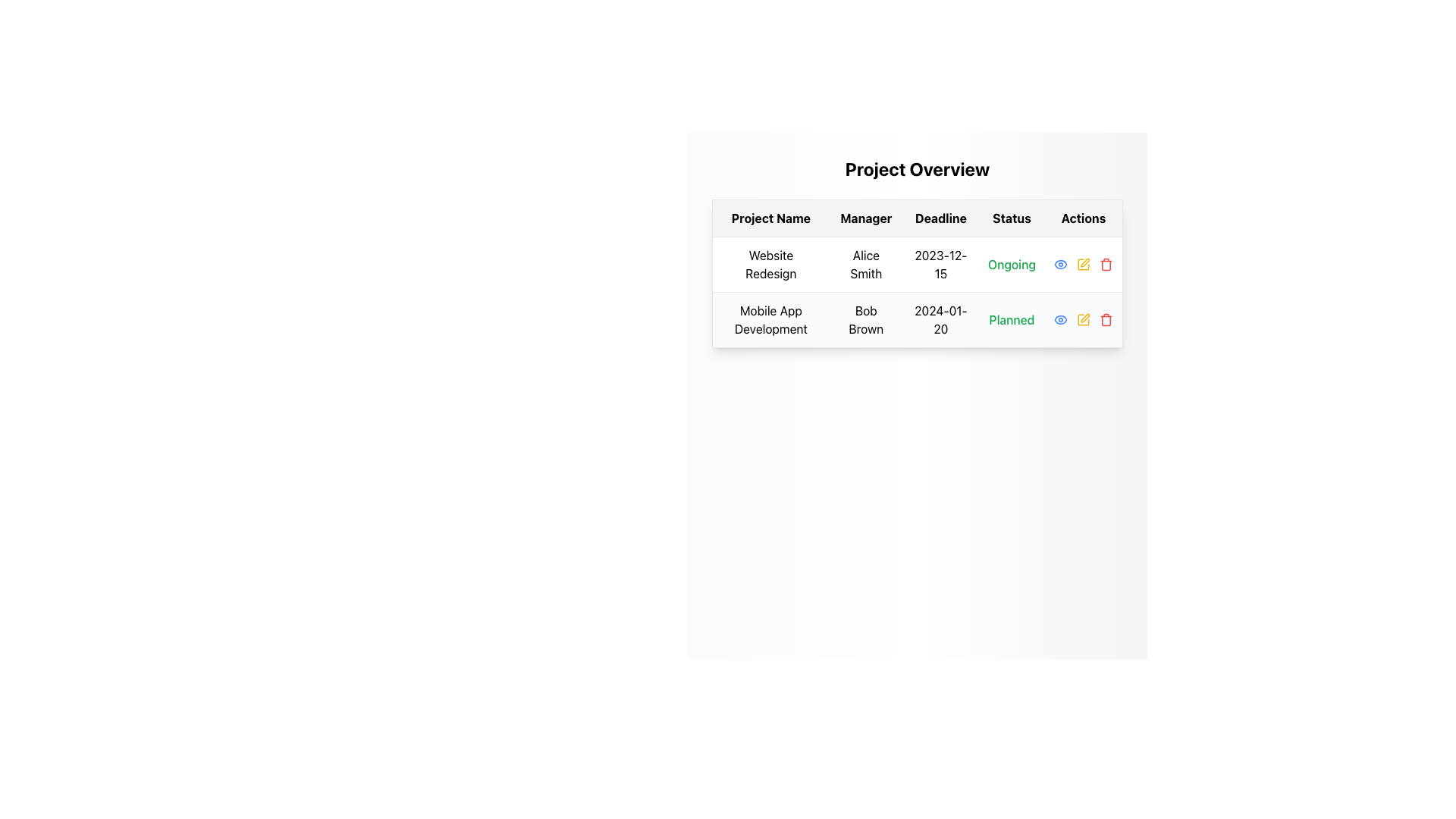 Image resolution: width=1456 pixels, height=819 pixels. Describe the element at coordinates (1106, 263) in the screenshot. I see `the red trash bin icon located at the rightmost side of the 'Actions' column in the second row of the table` at that location.